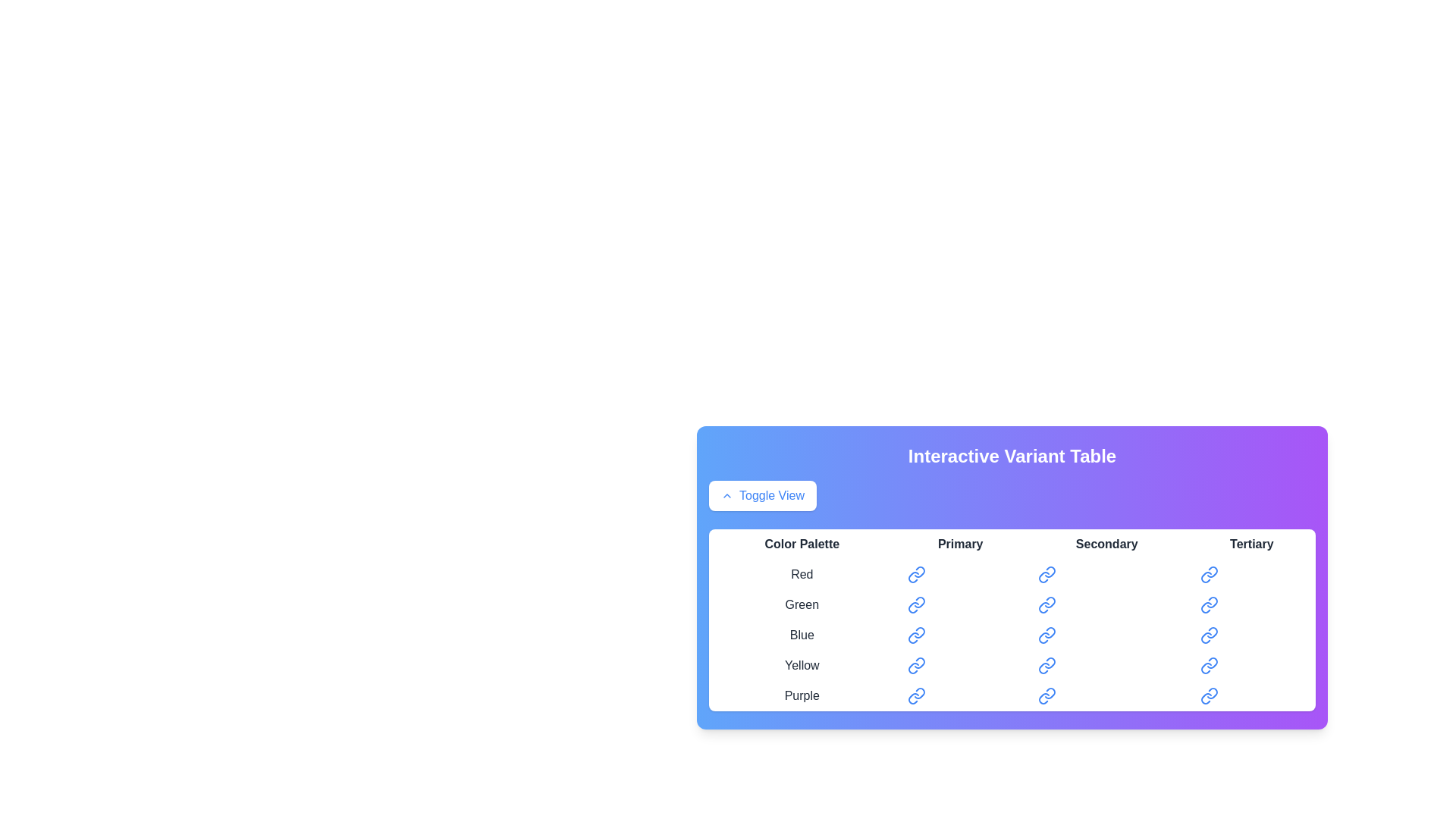 The width and height of the screenshot is (1456, 819). What do you see at coordinates (918, 572) in the screenshot?
I see `the blue link icon in the 'Primary' column of the 'Interactive Variant Table' corresponding to the 'Red' row` at bounding box center [918, 572].